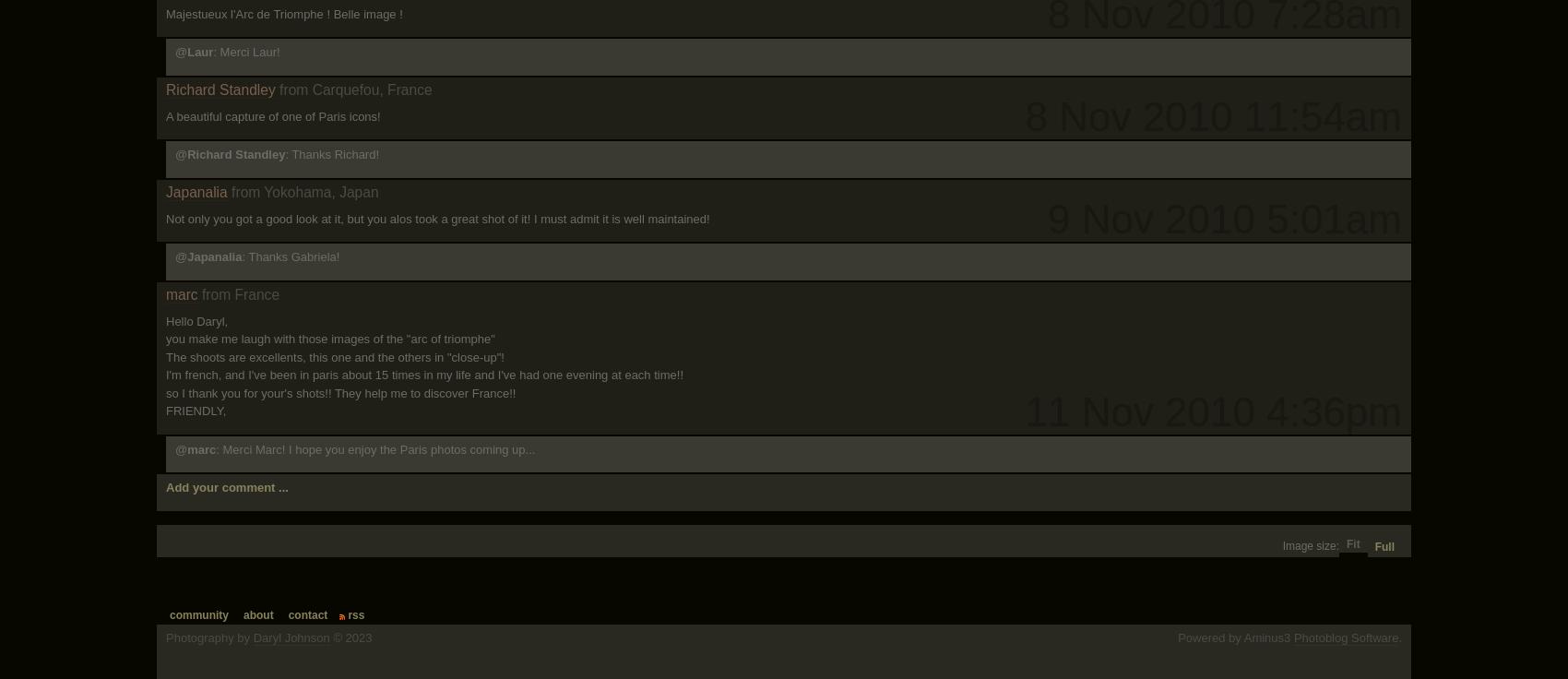 Image resolution: width=1568 pixels, height=679 pixels. I want to click on '9 Nov 2010 5:01am', so click(1224, 219).